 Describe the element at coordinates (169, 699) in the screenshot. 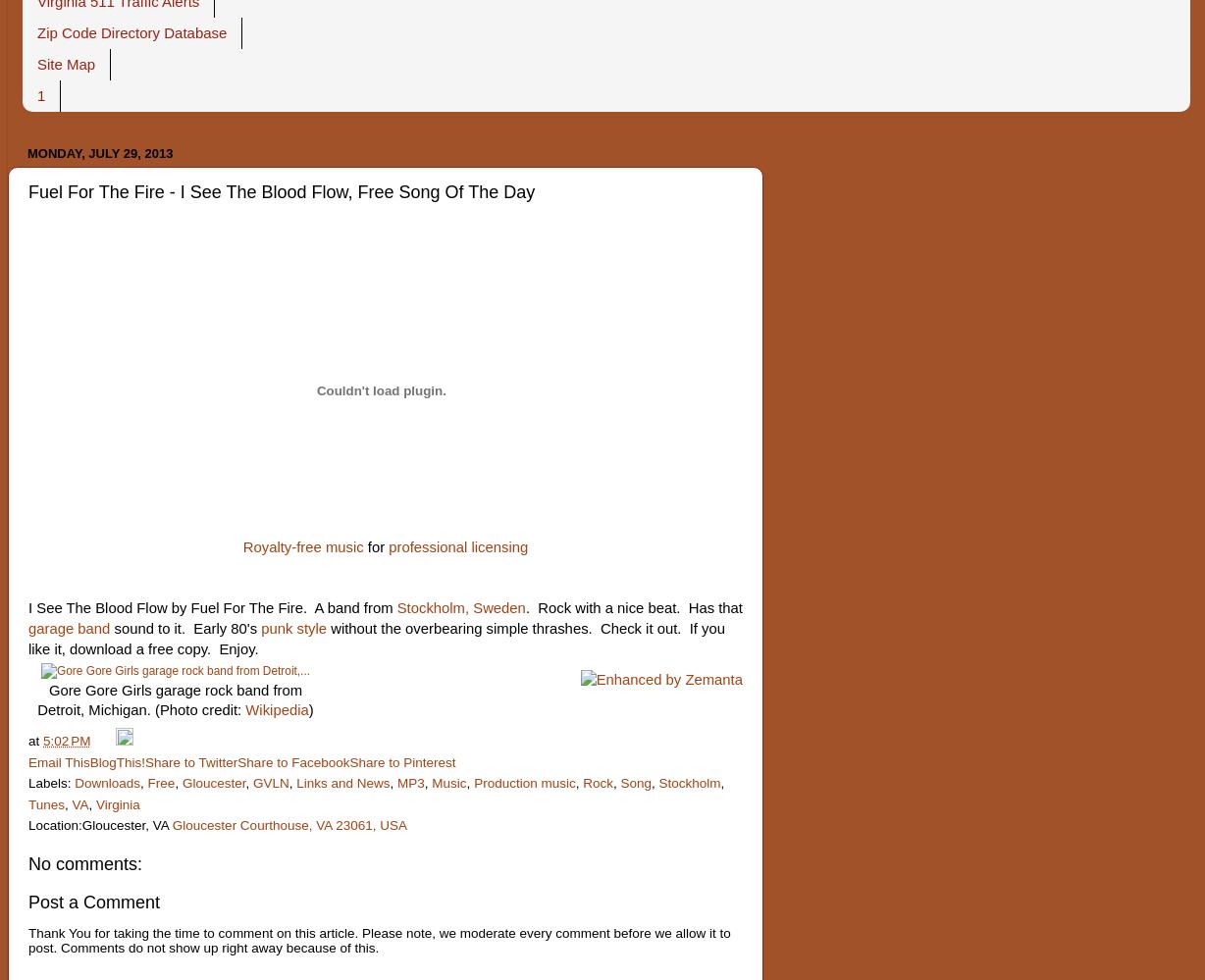

I see `'Gore Gore Girls garage rock band from Detroit, Michigan. (Photo credit:'` at that location.